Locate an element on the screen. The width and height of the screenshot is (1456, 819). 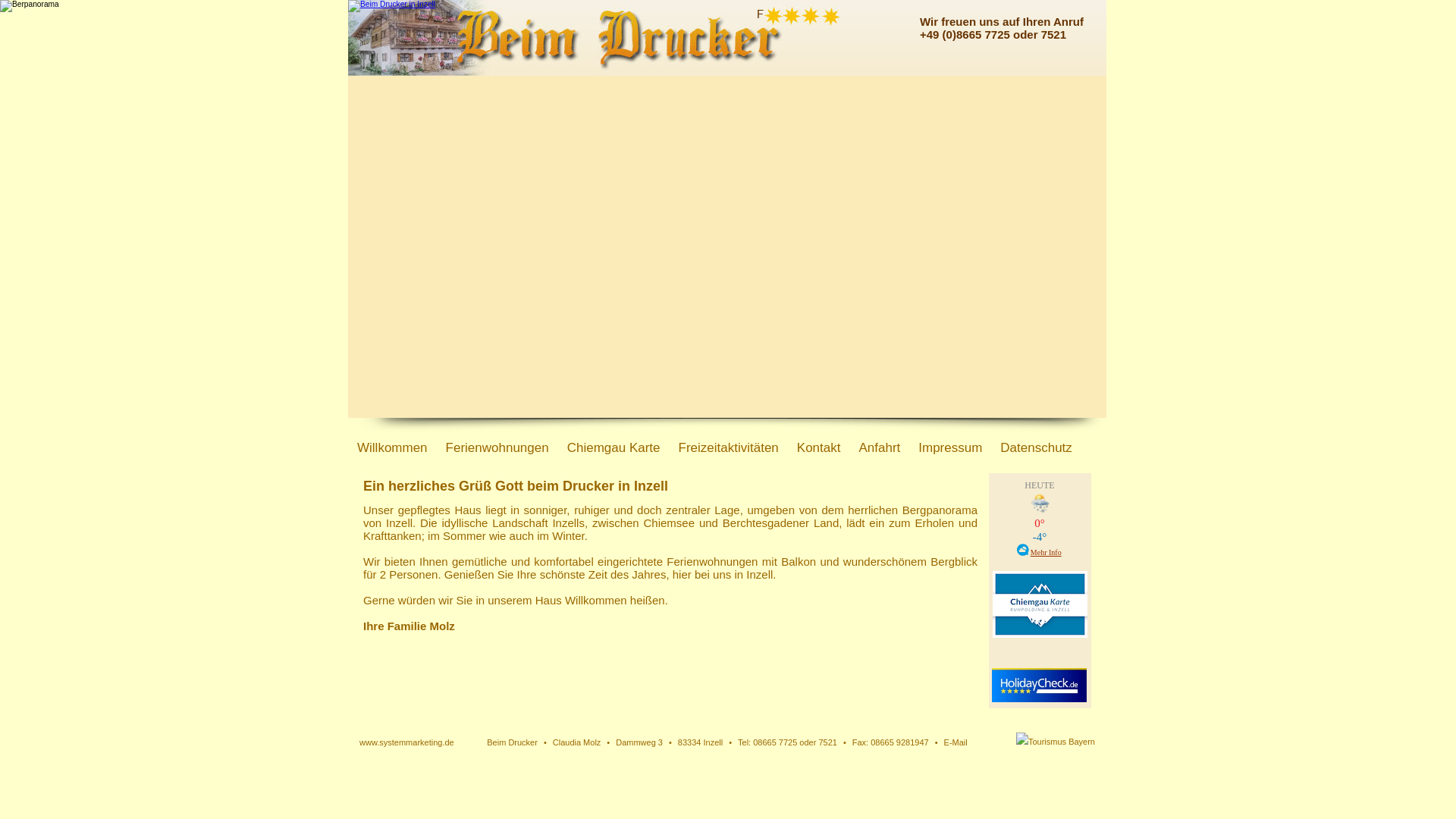
'Zu Tourismus Bayern' is located at coordinates (1055, 741).